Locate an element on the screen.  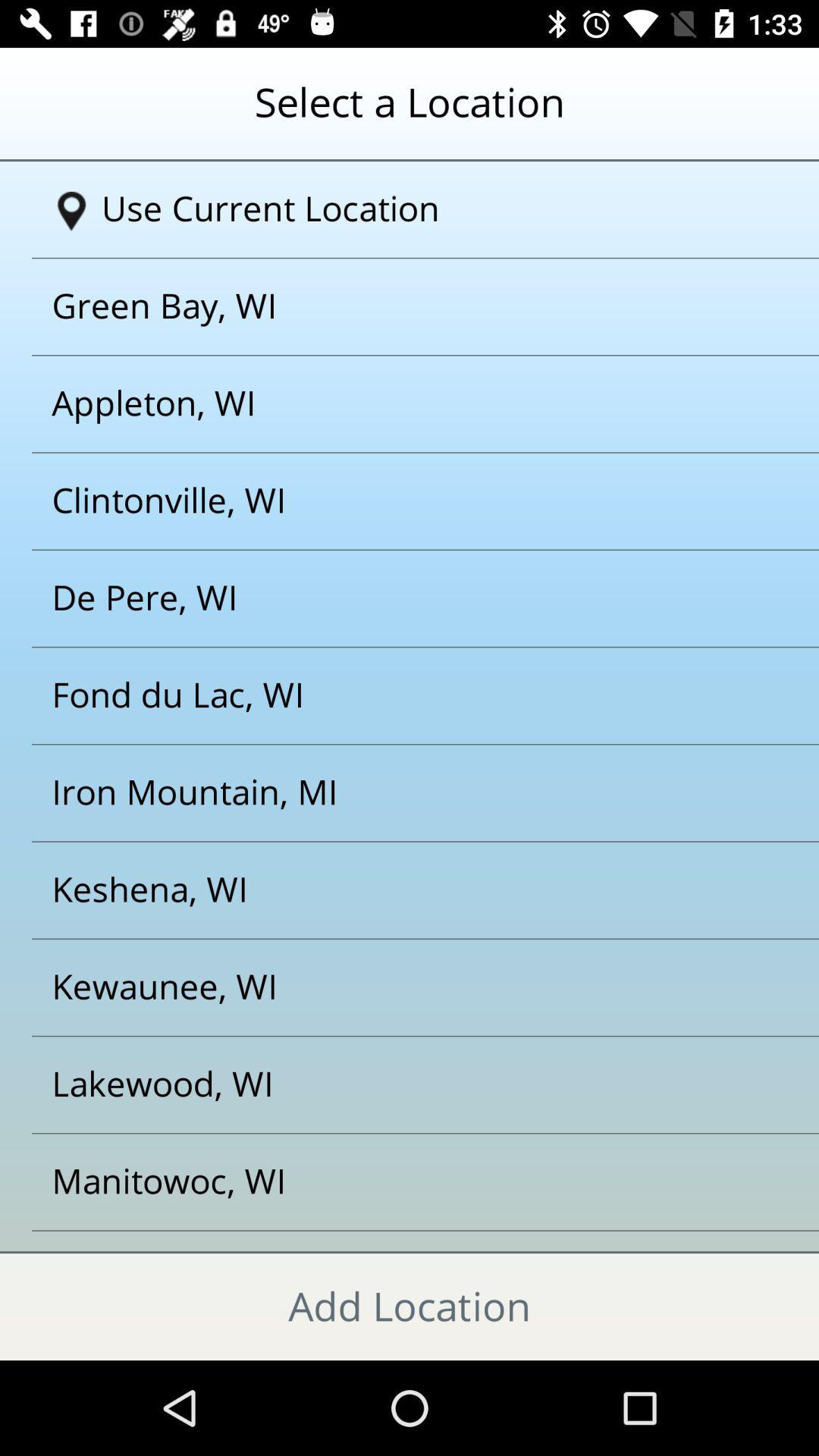
clintonville wi above the appleton wi is located at coordinates (390, 501).